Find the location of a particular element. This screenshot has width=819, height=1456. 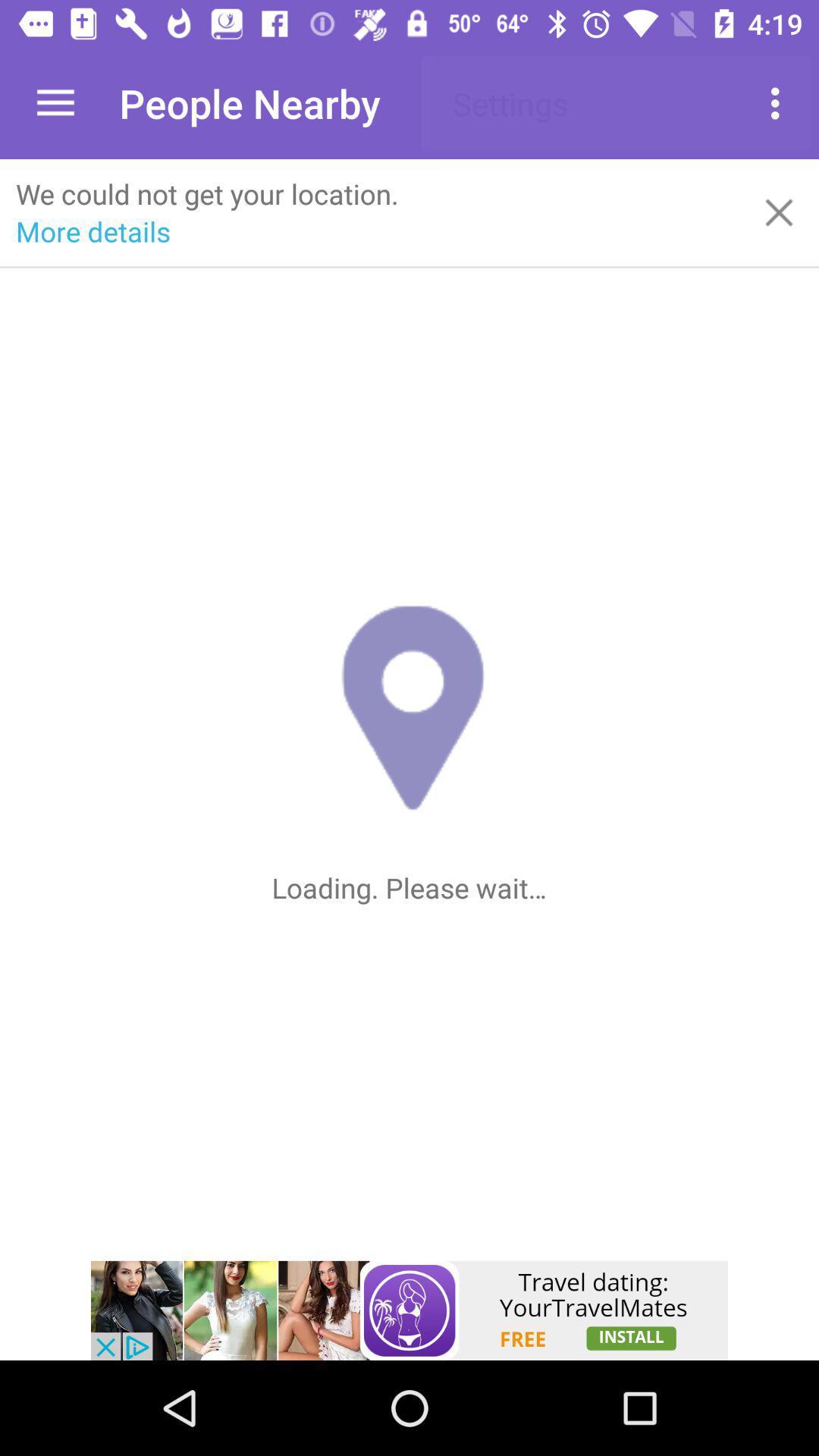

close is located at coordinates (779, 212).